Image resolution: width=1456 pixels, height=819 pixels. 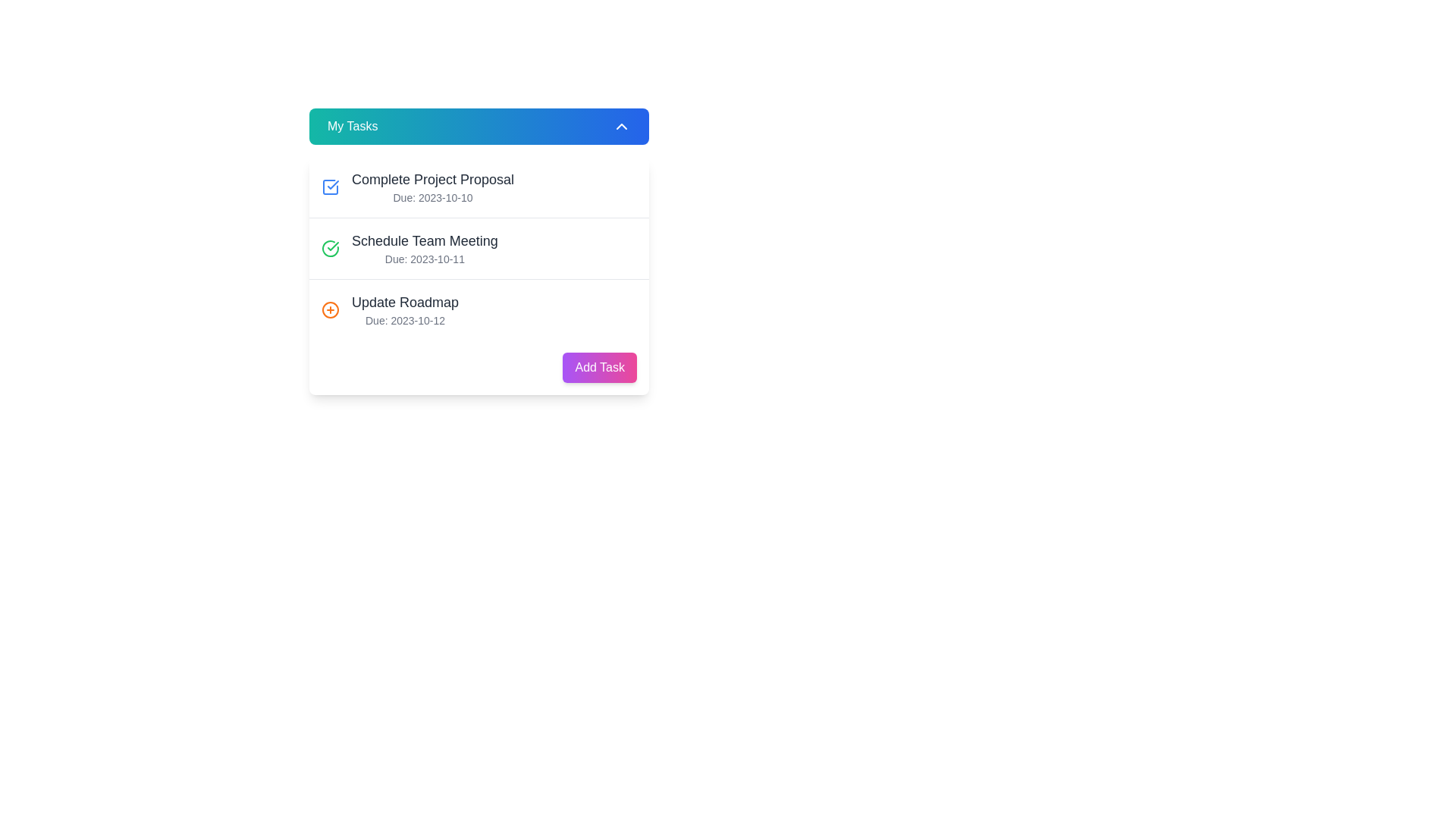 What do you see at coordinates (432, 178) in the screenshot?
I see `text label displaying 'Complete Project Proposal', which is styled in bold and larger font as the first task entry's title above the due date` at bounding box center [432, 178].